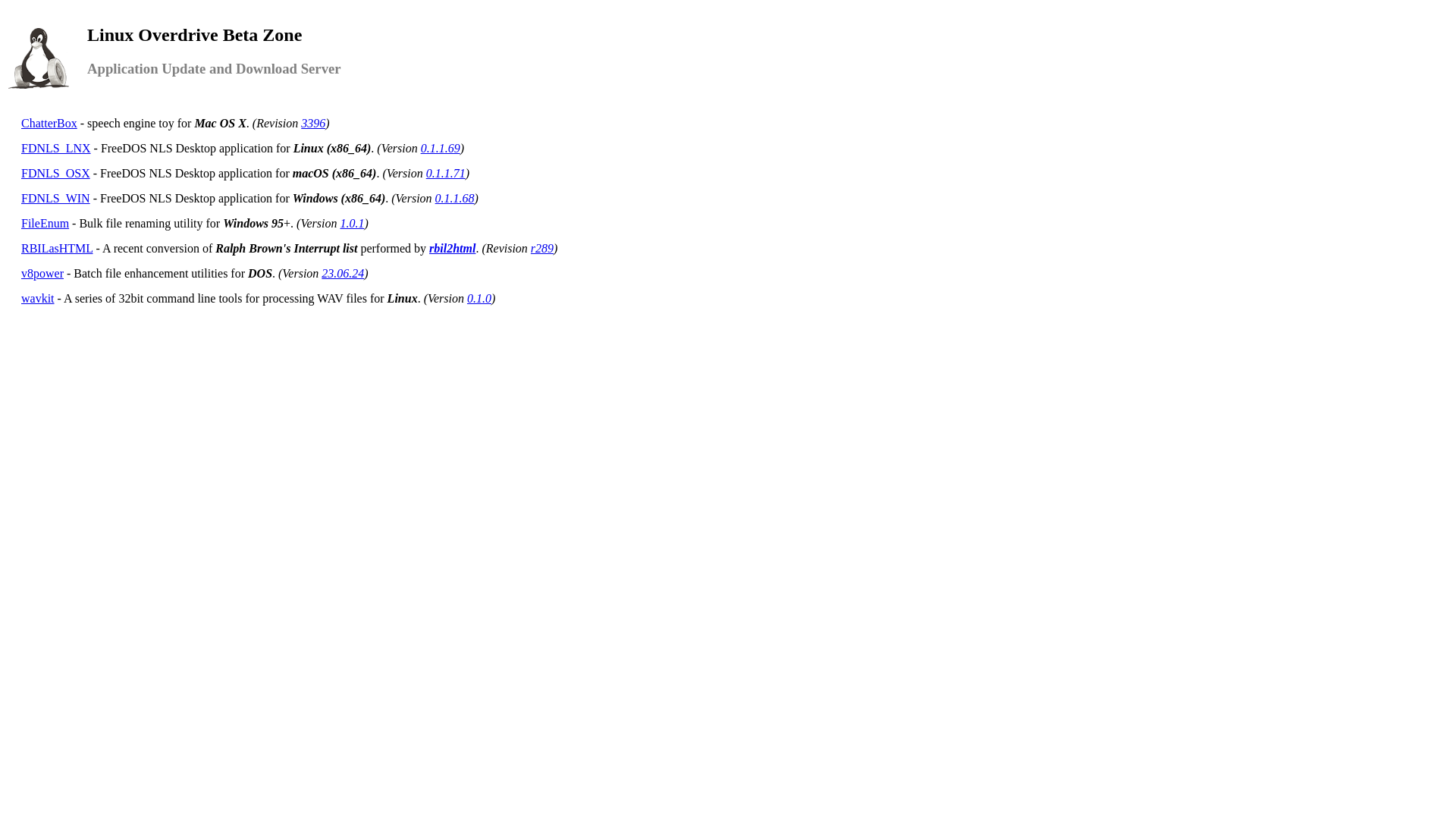 Image resolution: width=1456 pixels, height=819 pixels. What do you see at coordinates (57, 247) in the screenshot?
I see `'RBILasHTML'` at bounding box center [57, 247].